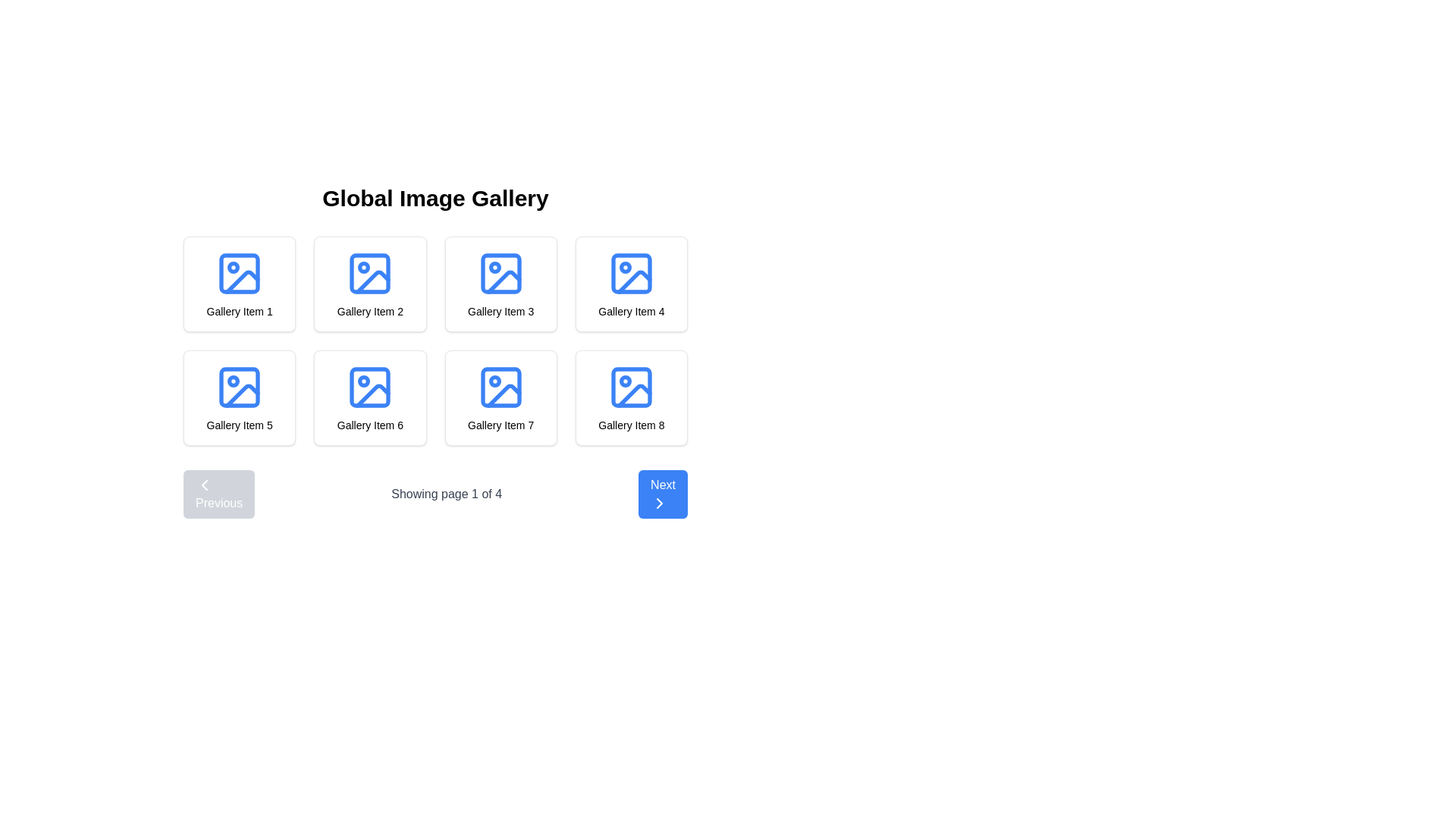 This screenshot has height=819, width=1456. What do you see at coordinates (446, 494) in the screenshot?
I see `the static text label displaying 'Showing page 1 of 4', which is centrally located between the 'Previous' and 'Next' buttons in the pagination interface` at bounding box center [446, 494].